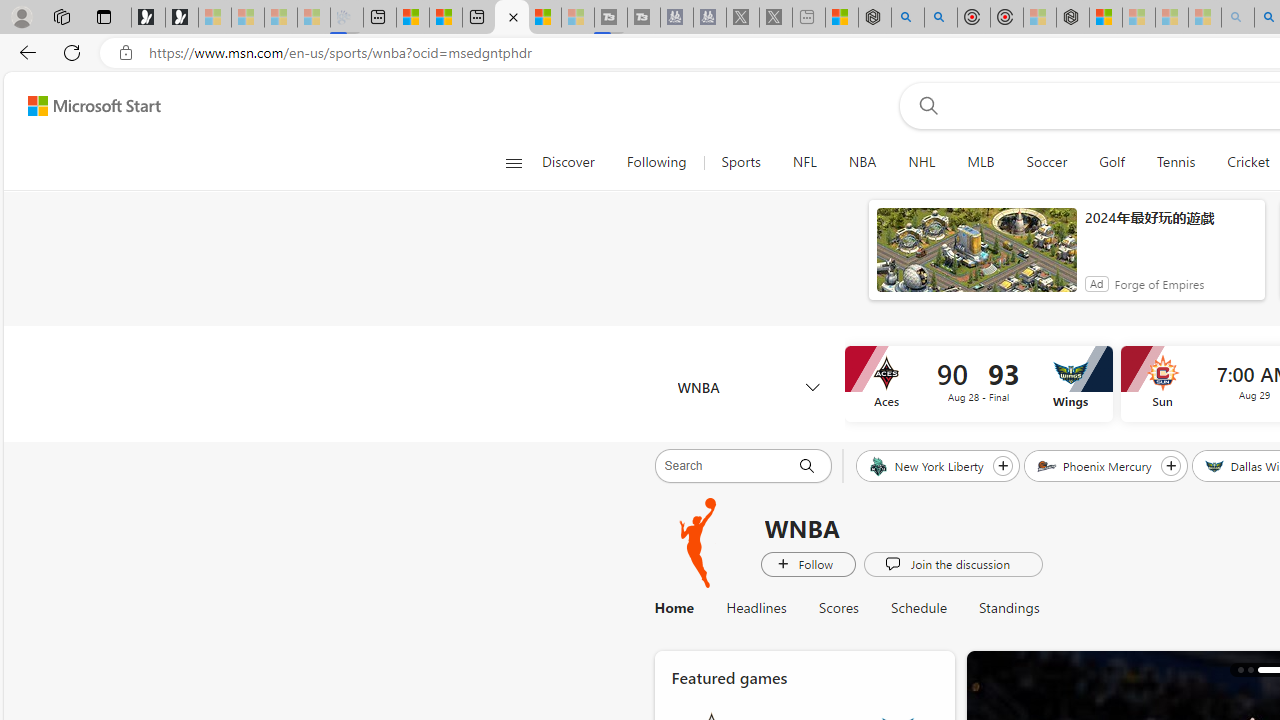 Image resolution: width=1280 pixels, height=720 pixels. I want to click on 'Soccer', so click(1046, 162).